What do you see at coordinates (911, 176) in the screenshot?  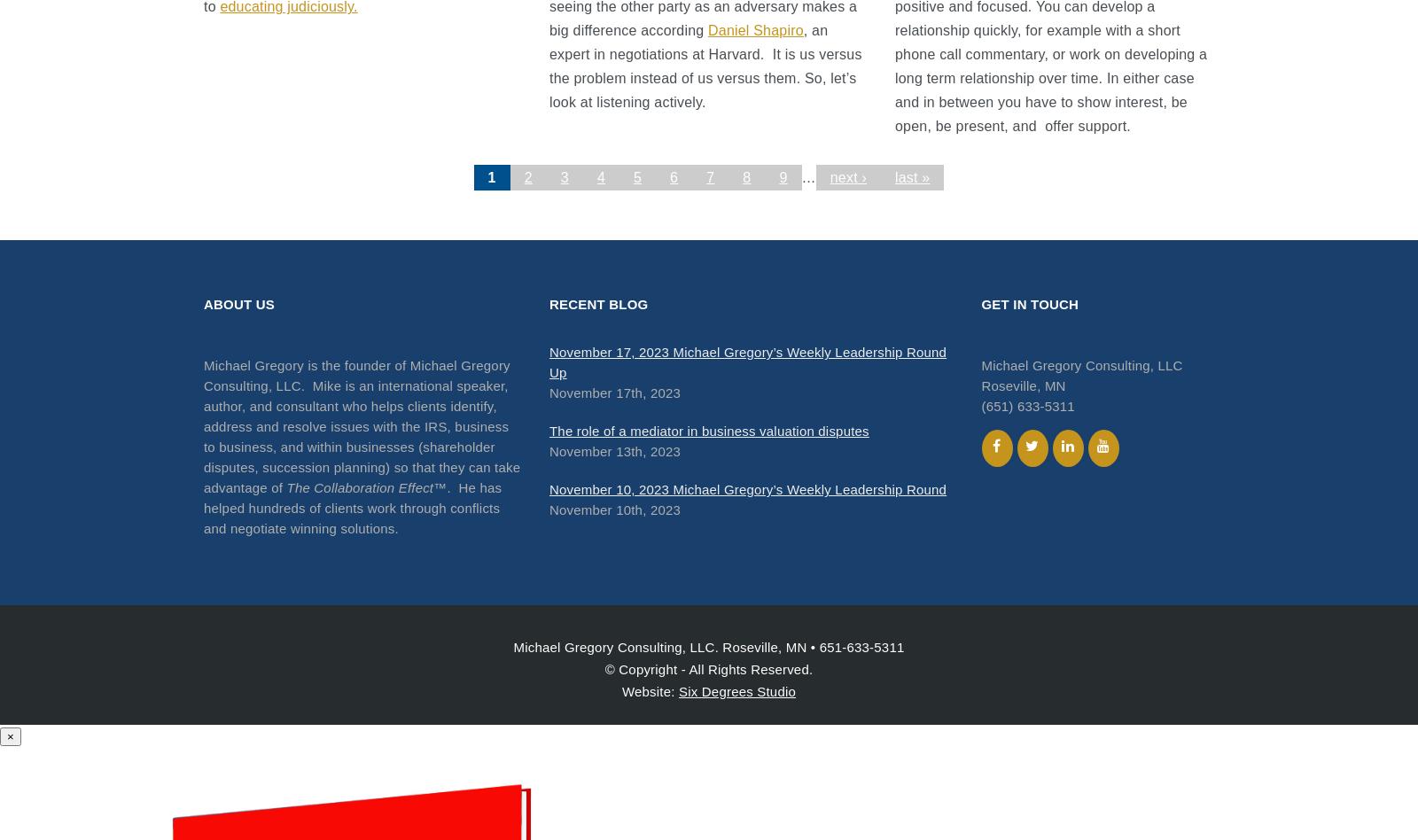 I see `'last »'` at bounding box center [911, 176].